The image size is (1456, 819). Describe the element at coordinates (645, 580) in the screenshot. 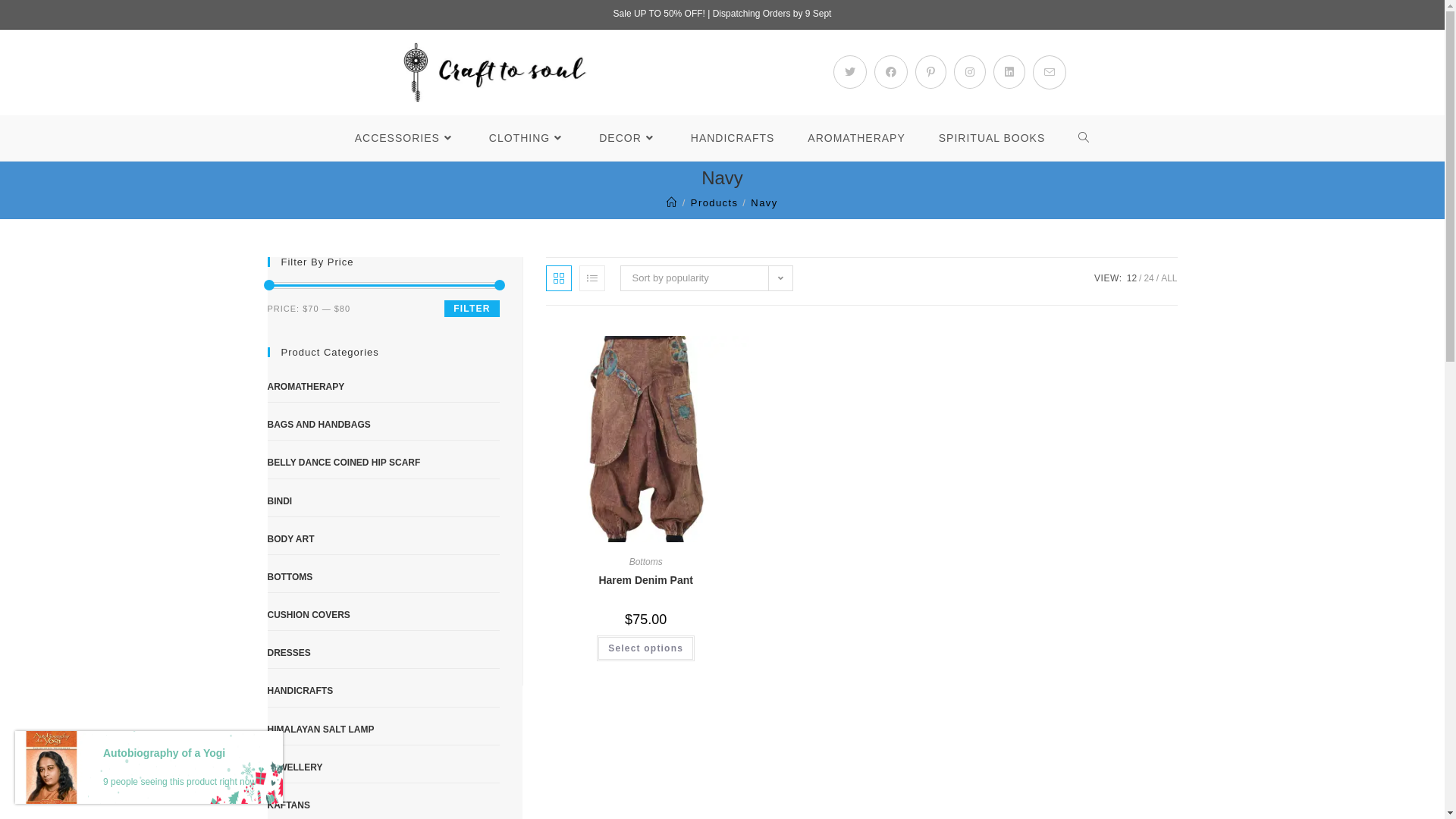

I see `'Harem Denim Pant'` at that location.